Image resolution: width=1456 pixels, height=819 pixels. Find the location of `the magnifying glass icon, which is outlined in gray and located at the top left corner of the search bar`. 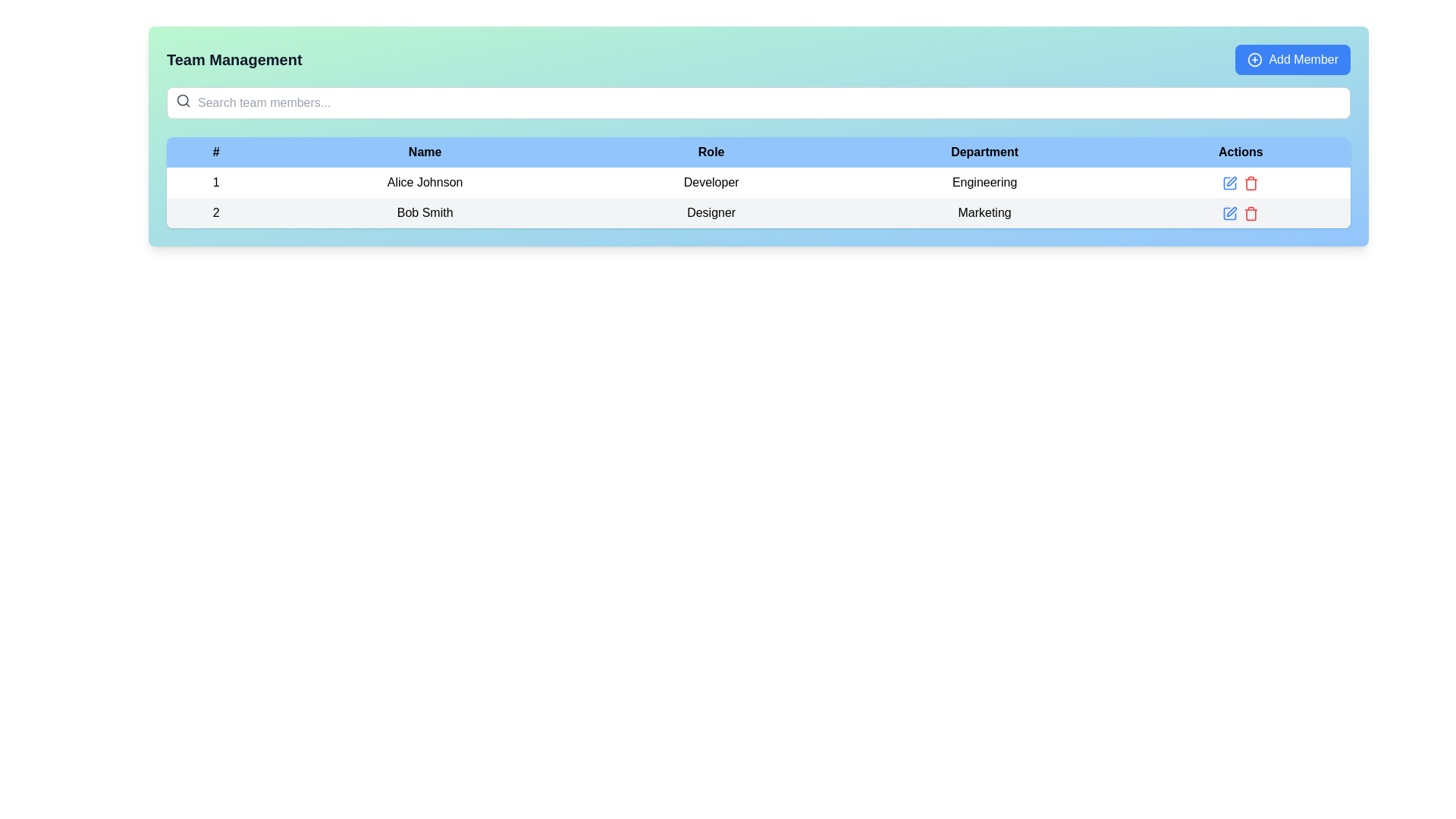

the magnifying glass icon, which is outlined in gray and located at the top left corner of the search bar is located at coordinates (182, 100).